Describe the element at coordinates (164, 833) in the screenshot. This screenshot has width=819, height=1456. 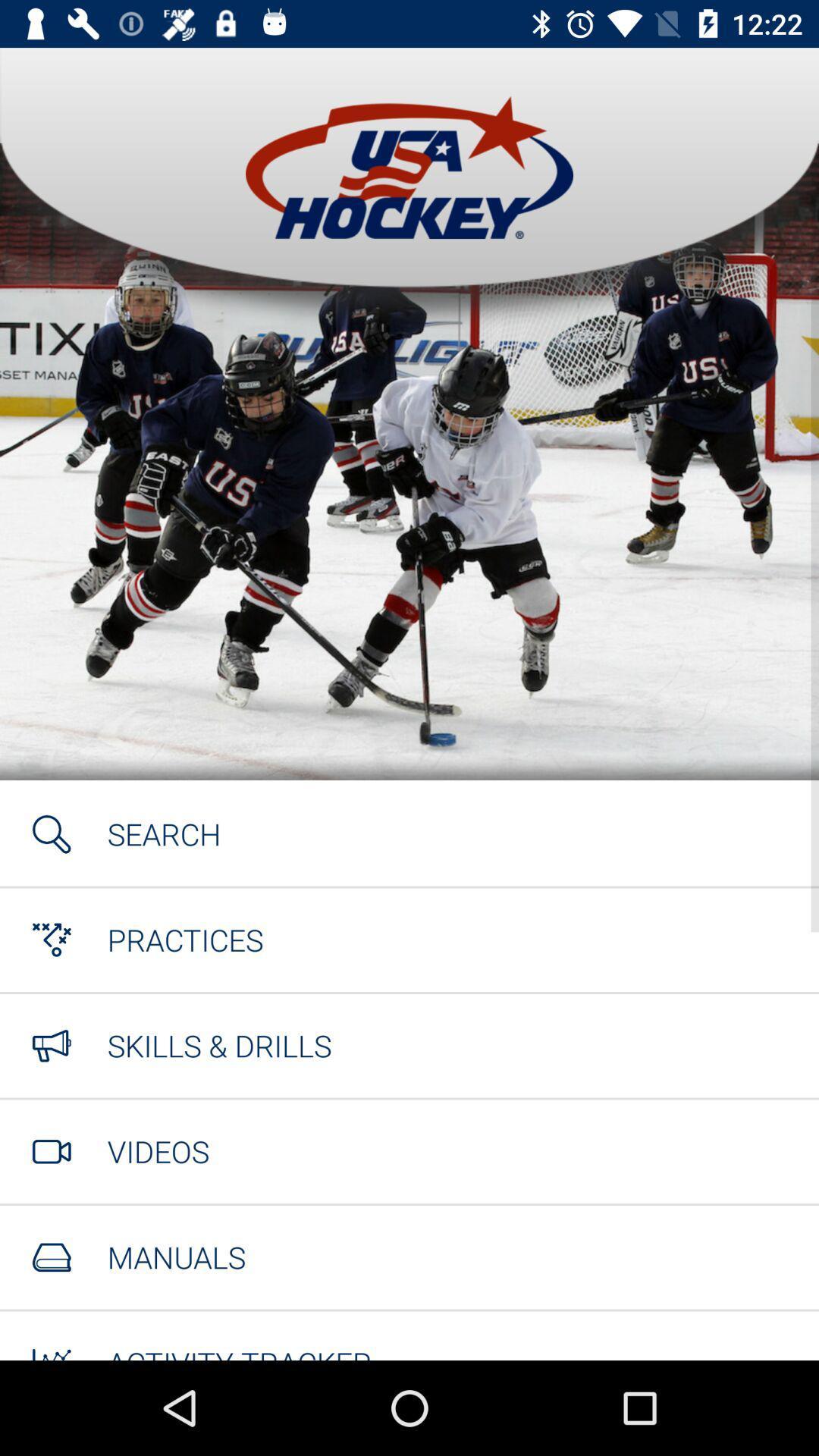
I see `the icon above the practices` at that location.